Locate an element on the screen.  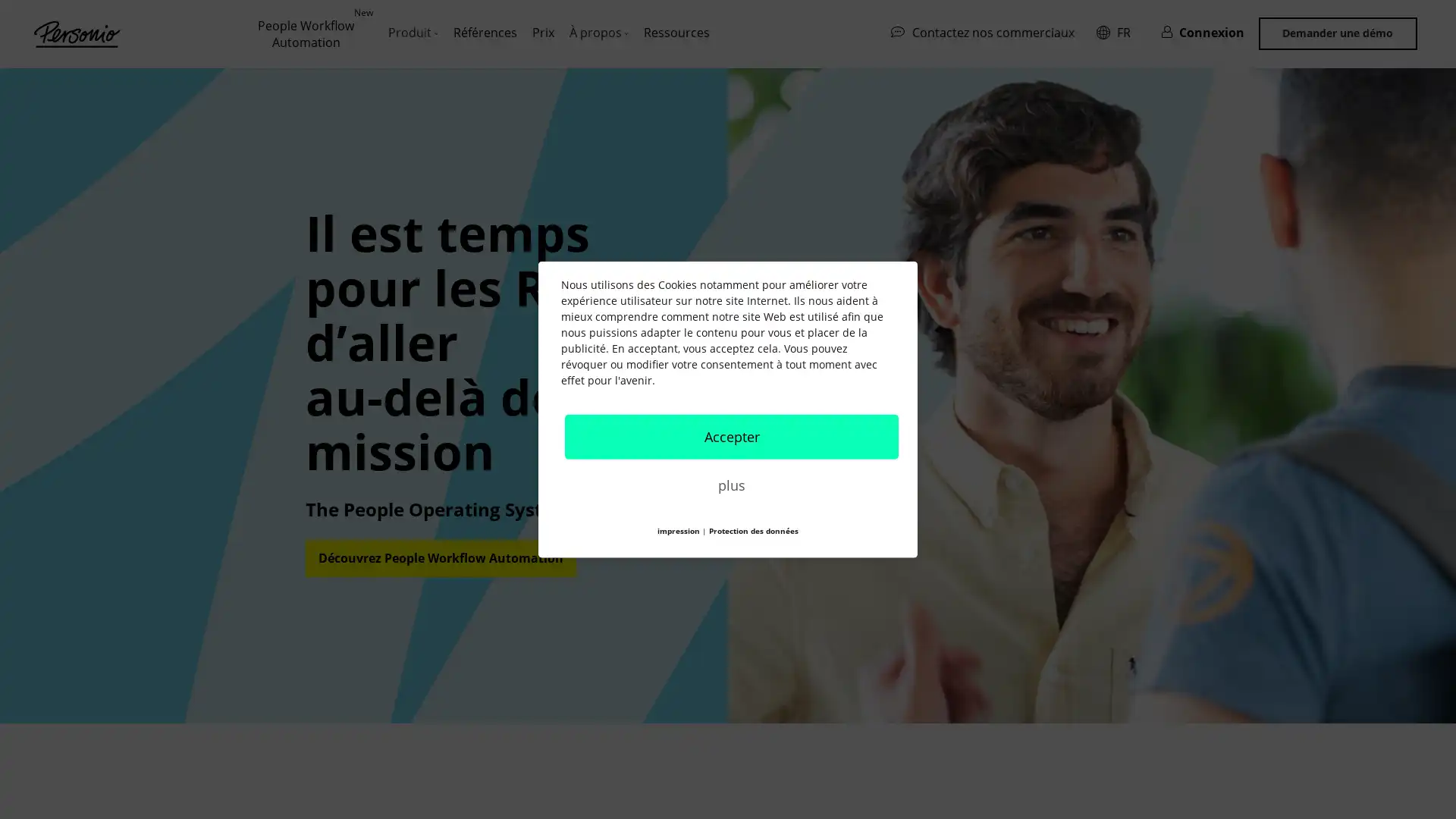
plus is located at coordinates (731, 485).